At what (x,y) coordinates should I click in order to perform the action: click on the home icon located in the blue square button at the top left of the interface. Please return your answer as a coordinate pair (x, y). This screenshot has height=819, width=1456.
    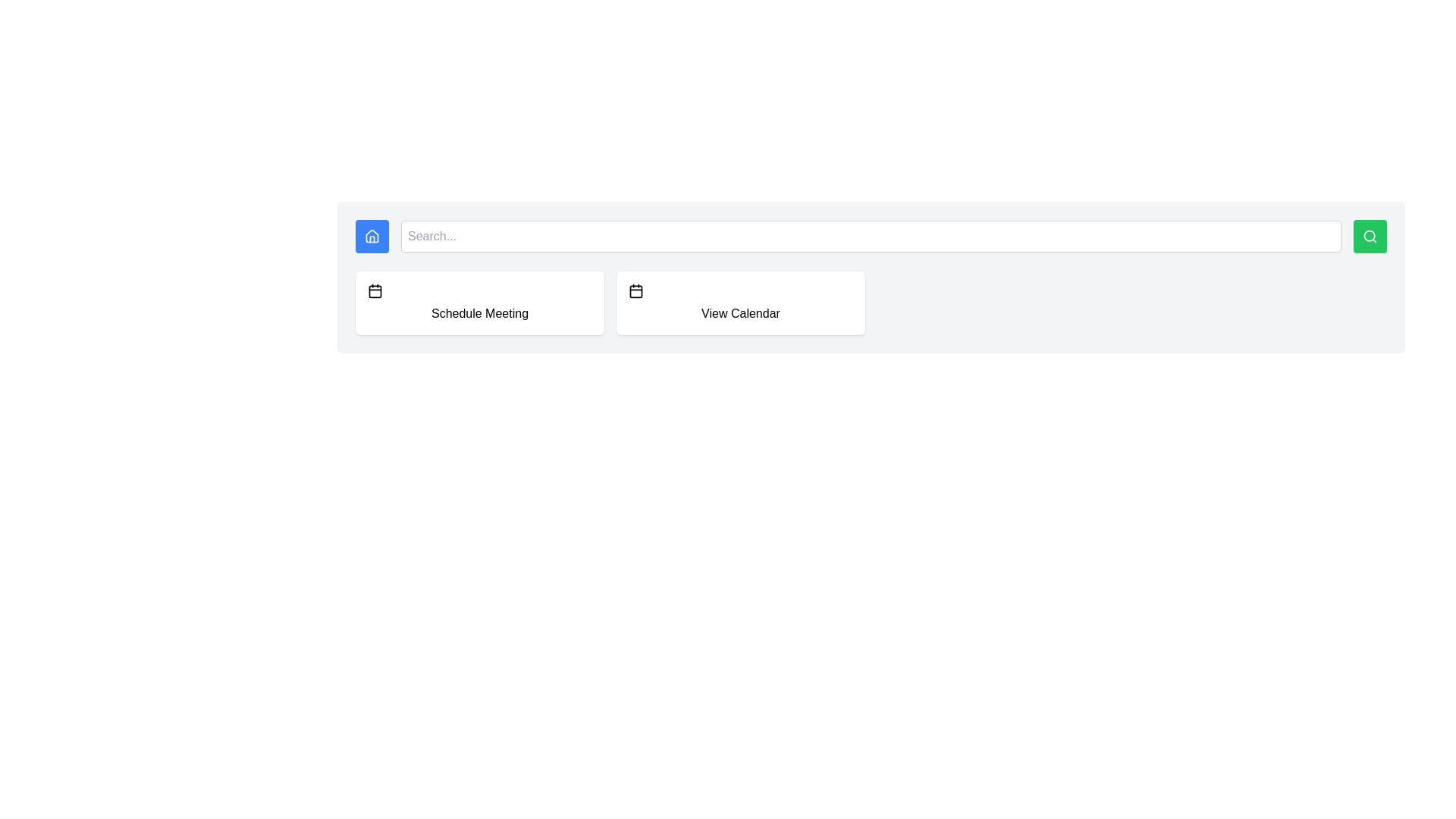
    Looking at the image, I should click on (372, 237).